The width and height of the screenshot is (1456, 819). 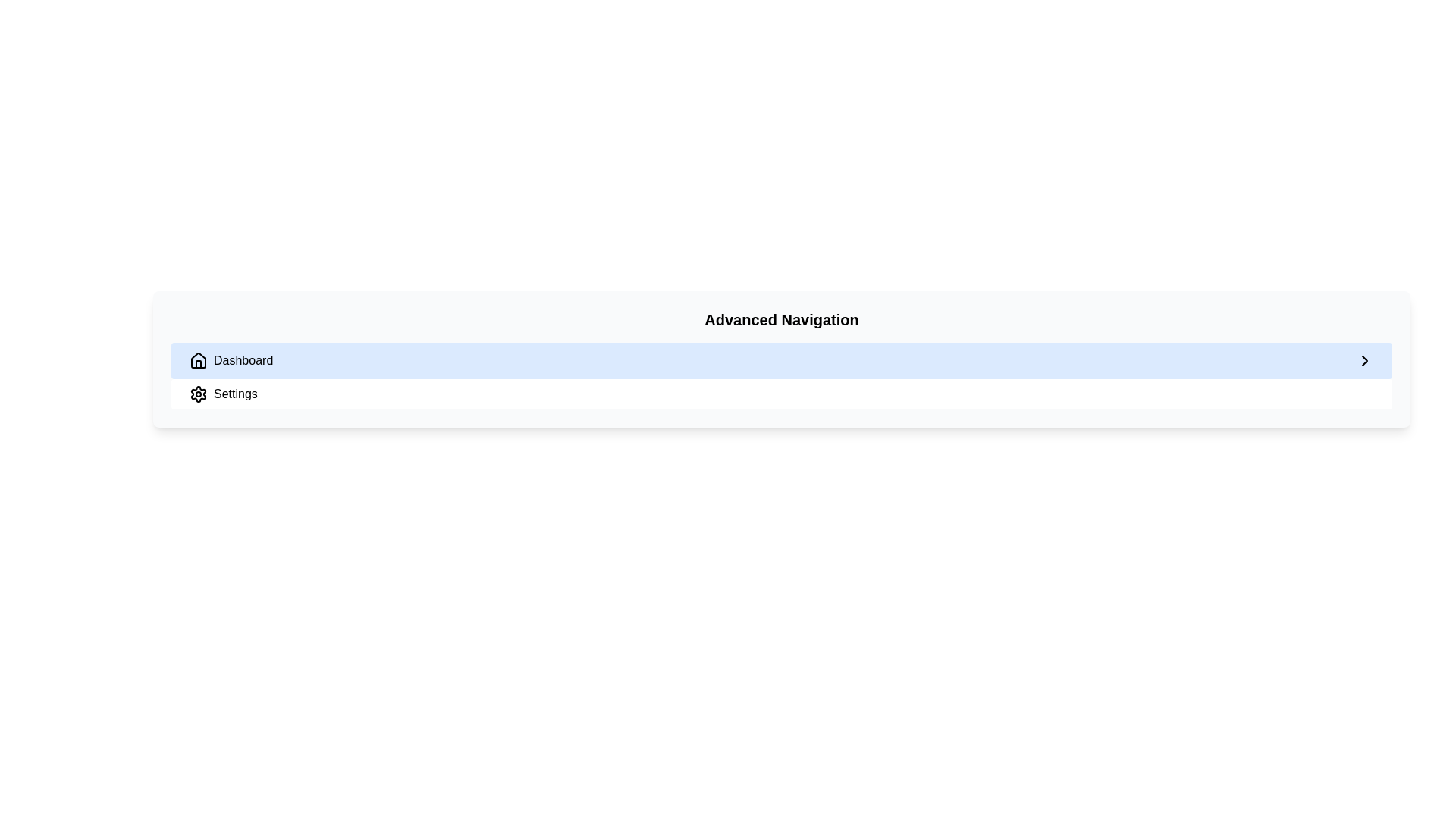 I want to click on the home/dashboard icon located to the left of the 'Dashboard' label in the navigation list, so click(x=198, y=359).